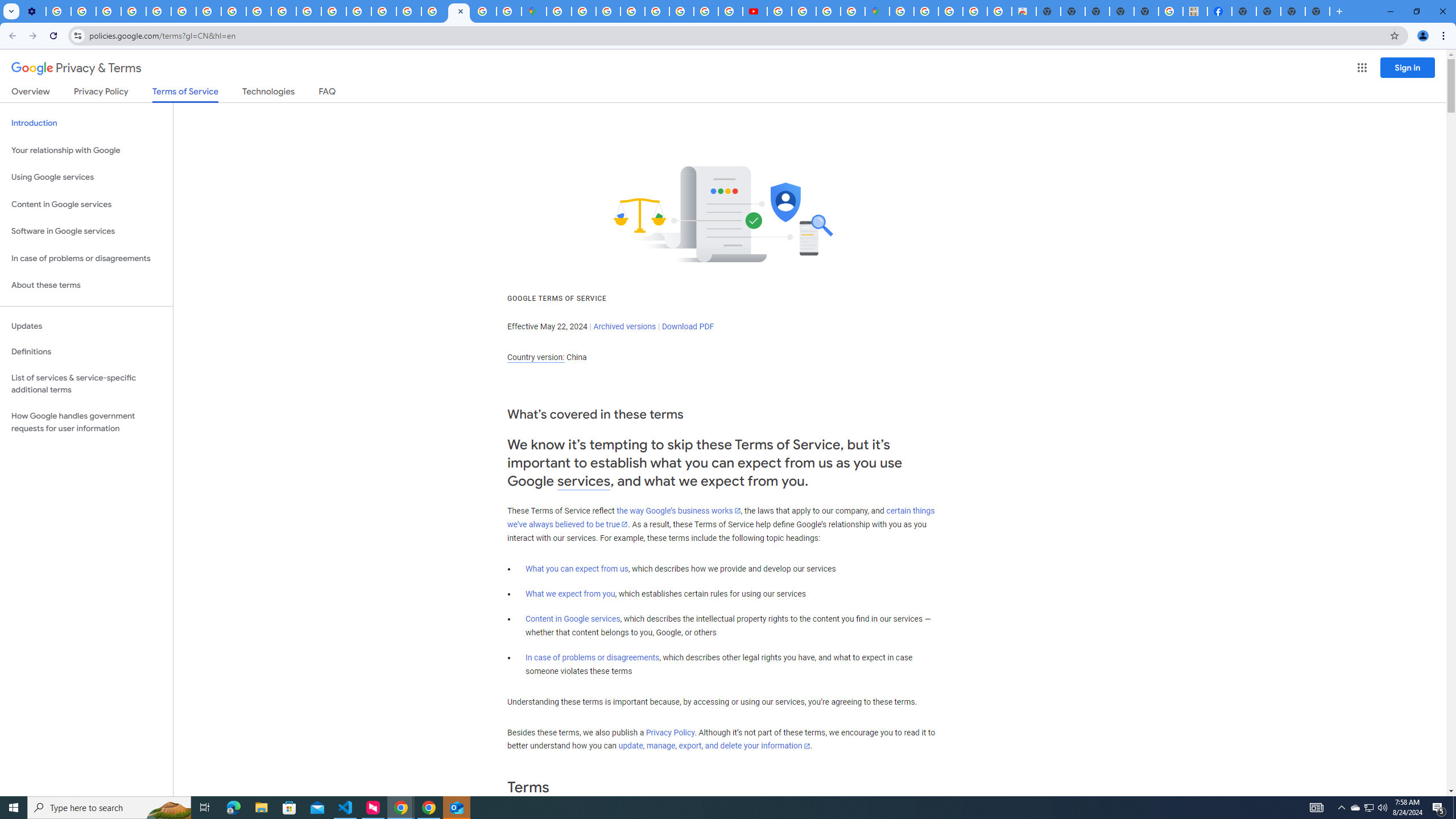  I want to click on 'Updates', so click(86, 325).